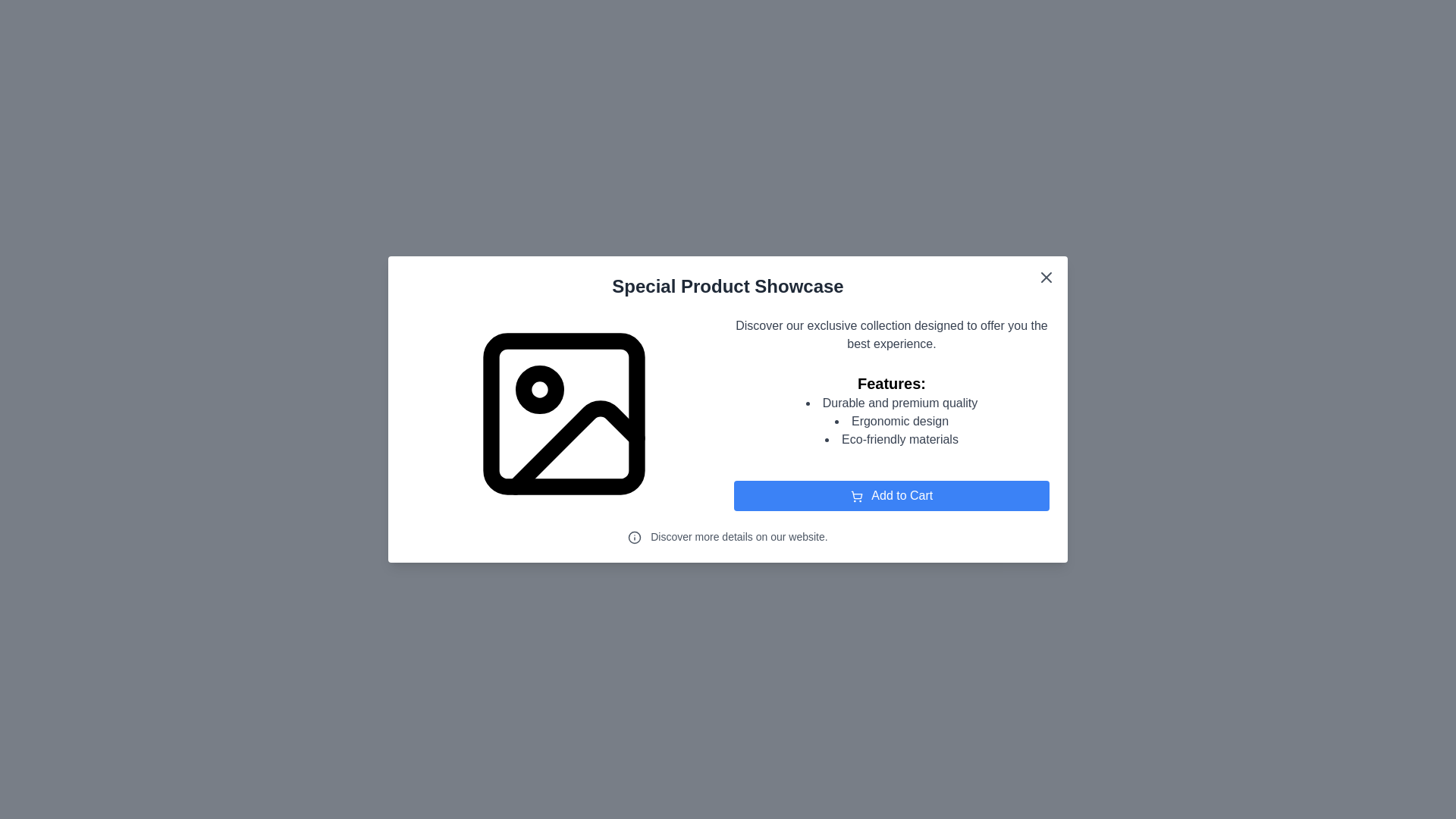  What do you see at coordinates (892, 333) in the screenshot?
I see `the Text Block that provides a descriptive overview of the modal window, located at the top right section of the layout, just above the 'Features:' section` at bounding box center [892, 333].